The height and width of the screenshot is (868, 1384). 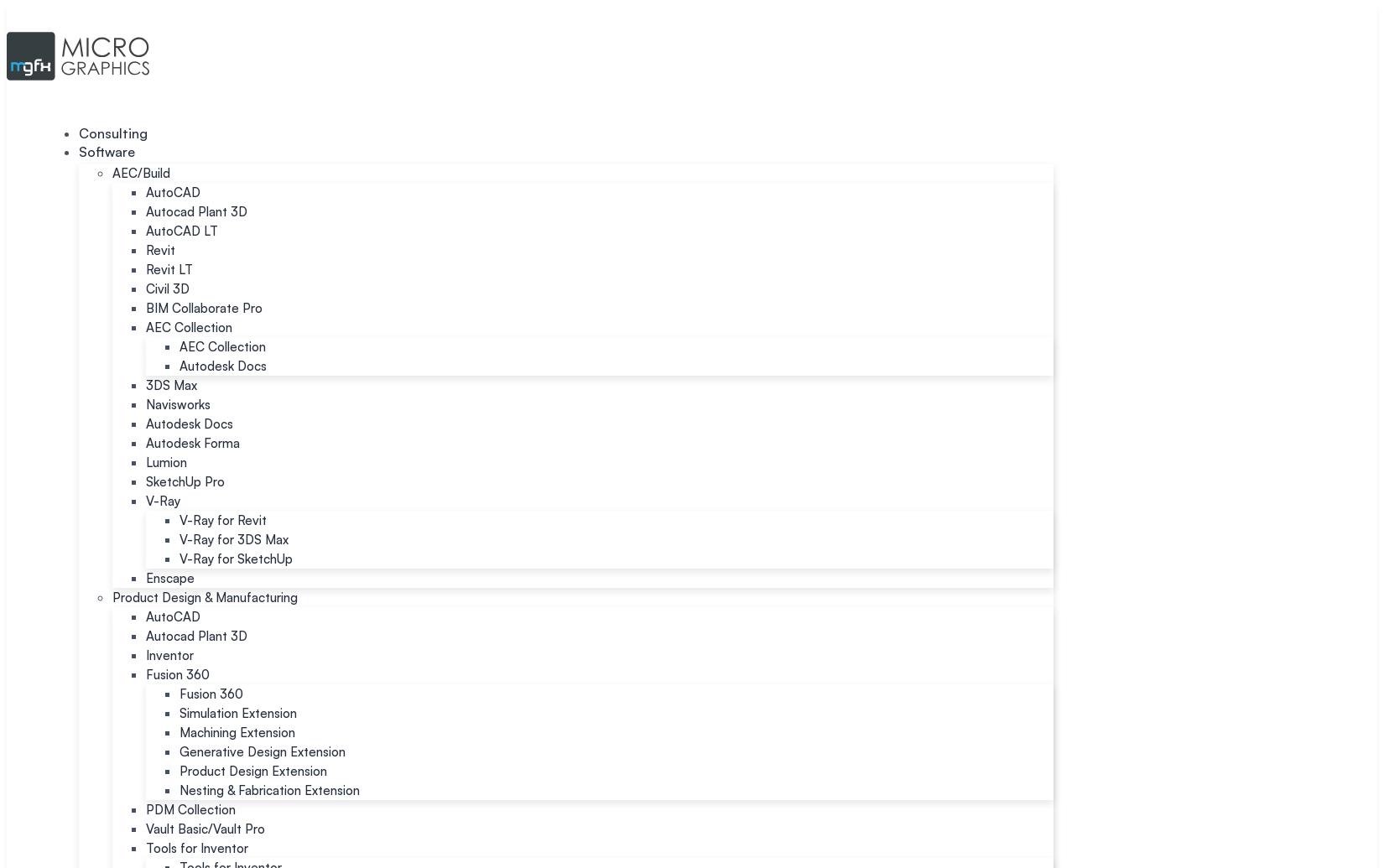 I want to click on 'Nesting & Fabrication Extension', so click(x=269, y=789).